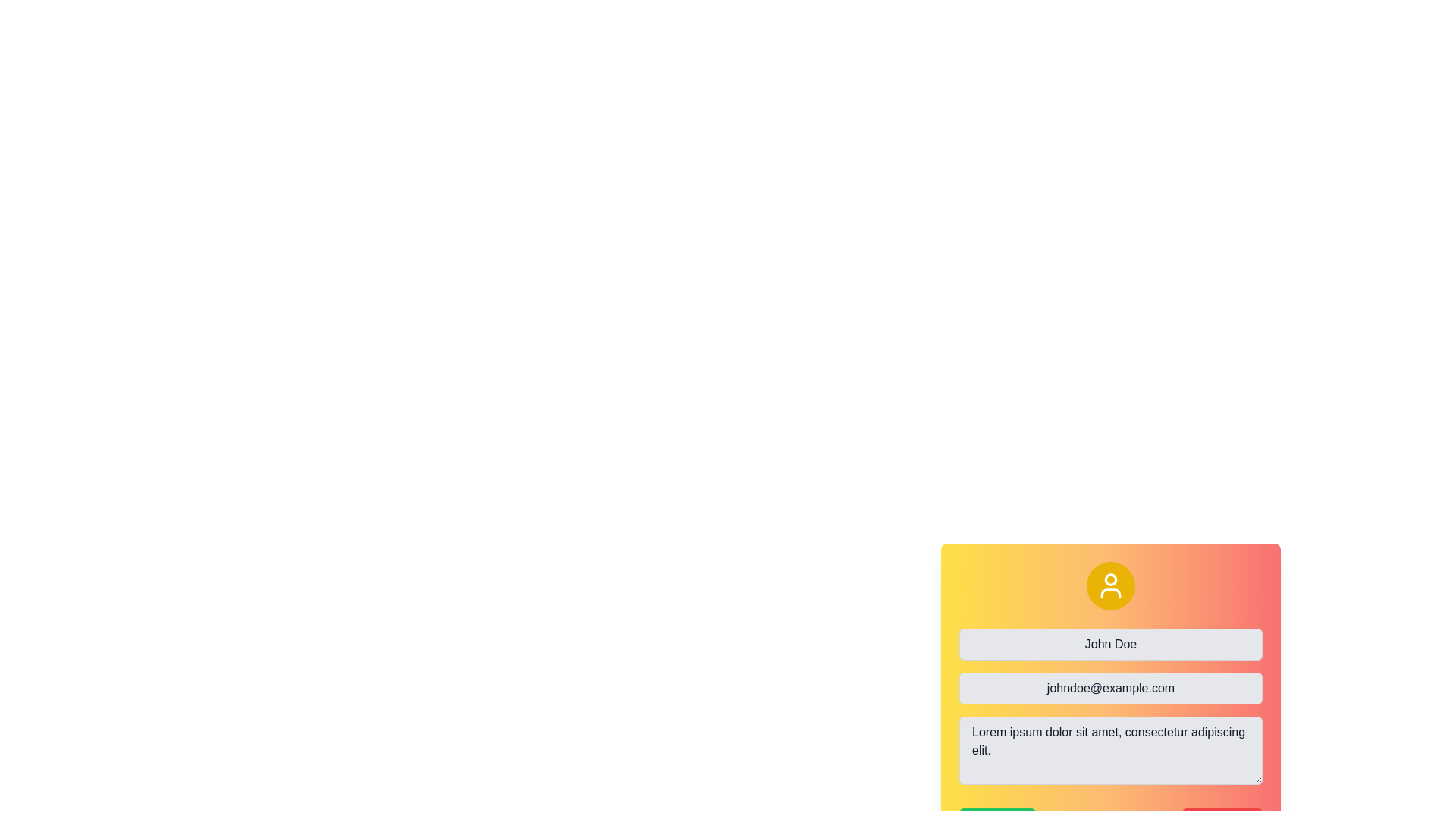 This screenshot has height=819, width=1456. Describe the element at coordinates (1110, 709) in the screenshot. I see `the Text Area located beneath the input fields for 'John Doe' and 'johndoe@example.com', and above the action buttons` at that location.